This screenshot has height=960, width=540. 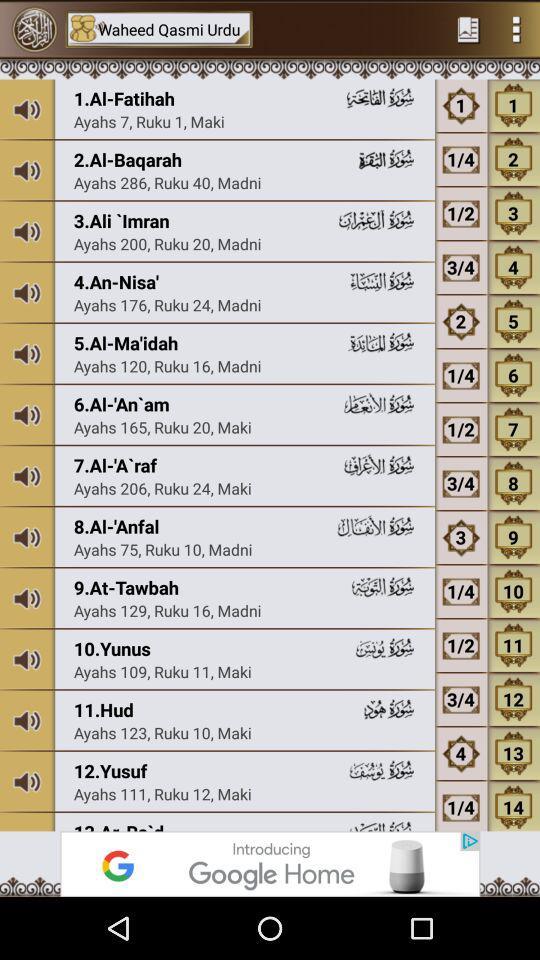 What do you see at coordinates (516, 30) in the screenshot?
I see `the more icon` at bounding box center [516, 30].